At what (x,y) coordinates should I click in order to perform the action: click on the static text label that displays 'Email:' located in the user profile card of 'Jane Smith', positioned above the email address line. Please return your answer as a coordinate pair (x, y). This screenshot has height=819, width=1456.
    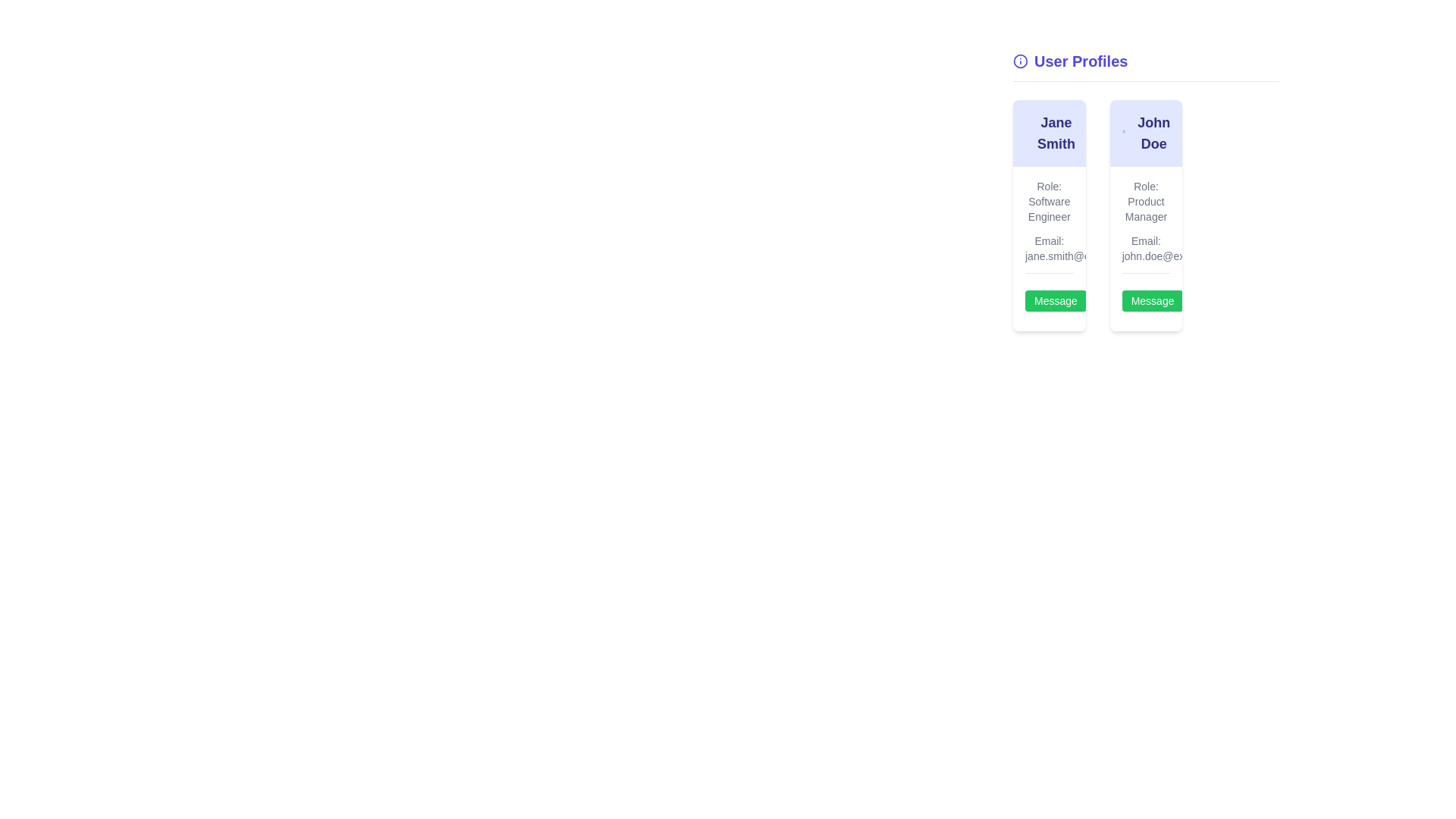
    Looking at the image, I should click on (1048, 240).